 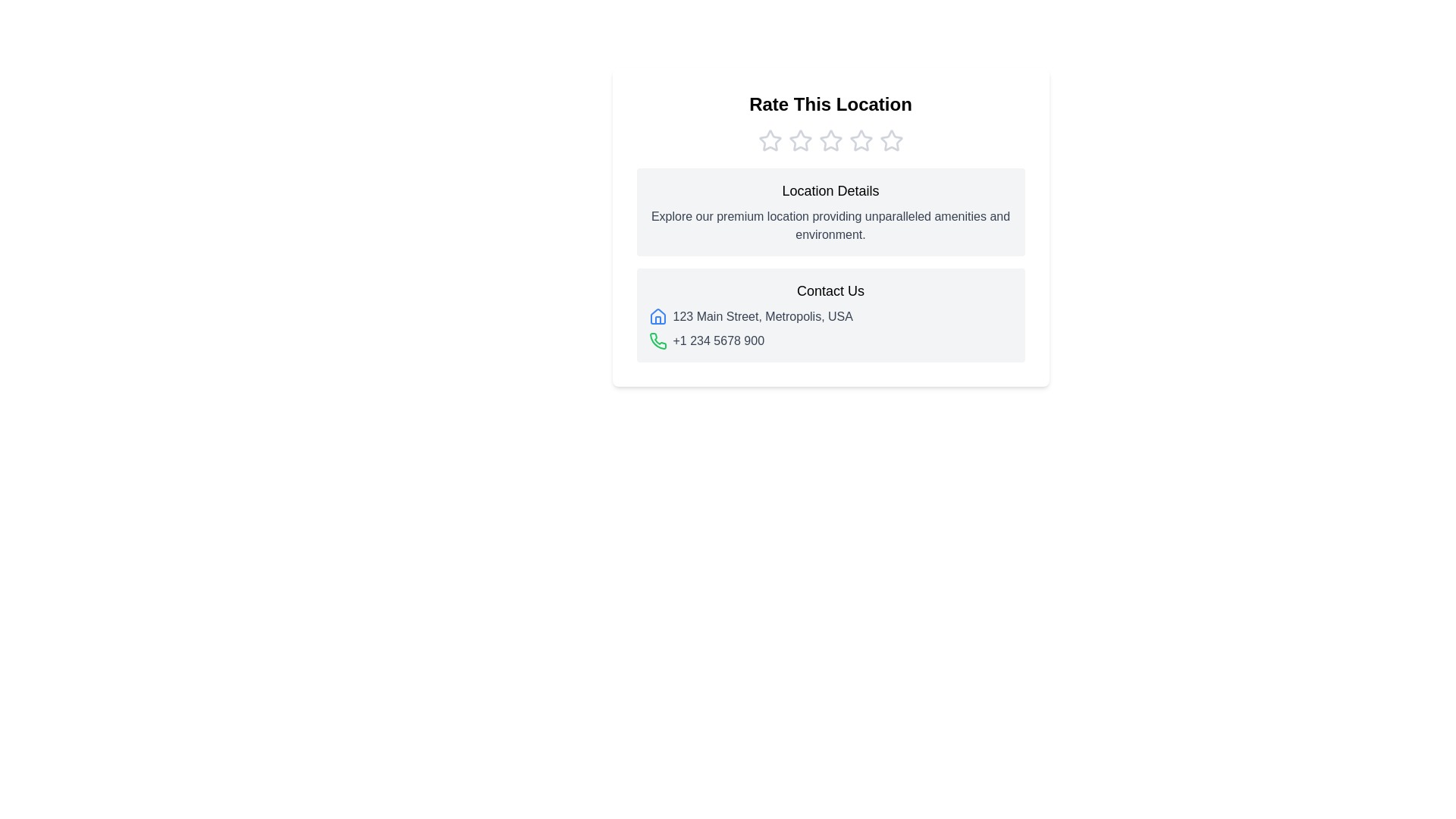 What do you see at coordinates (861, 140) in the screenshot?
I see `the fourth star icon in the rating system under the 'Rate This Location' heading to rate this level` at bounding box center [861, 140].